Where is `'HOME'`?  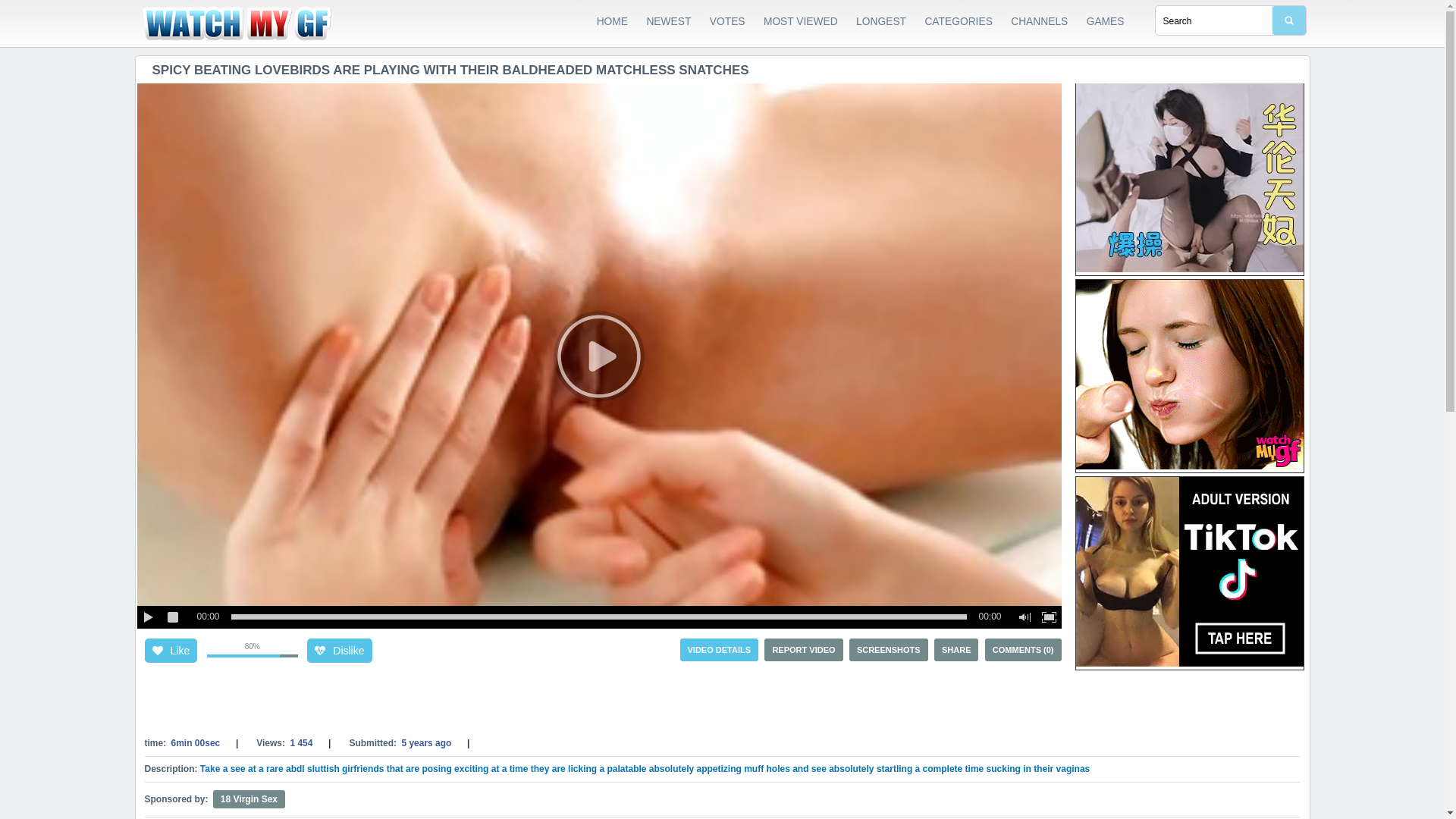
'HOME' is located at coordinates (612, 22).